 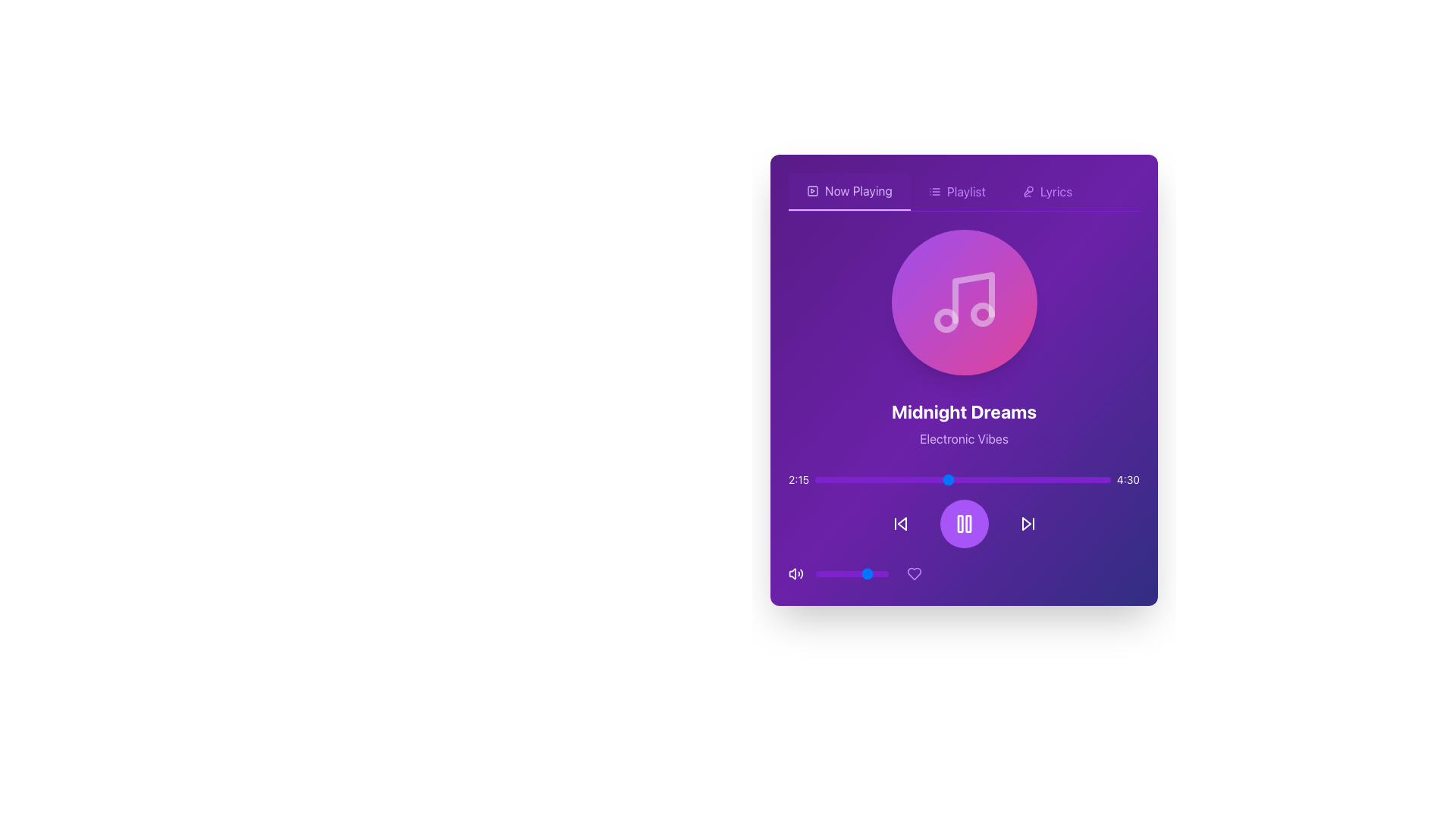 I want to click on the media player icon featuring a right-pointing triangular play symbol, located to the left of the 'Now Playing' text label in the header of the media player interface, so click(x=811, y=190).